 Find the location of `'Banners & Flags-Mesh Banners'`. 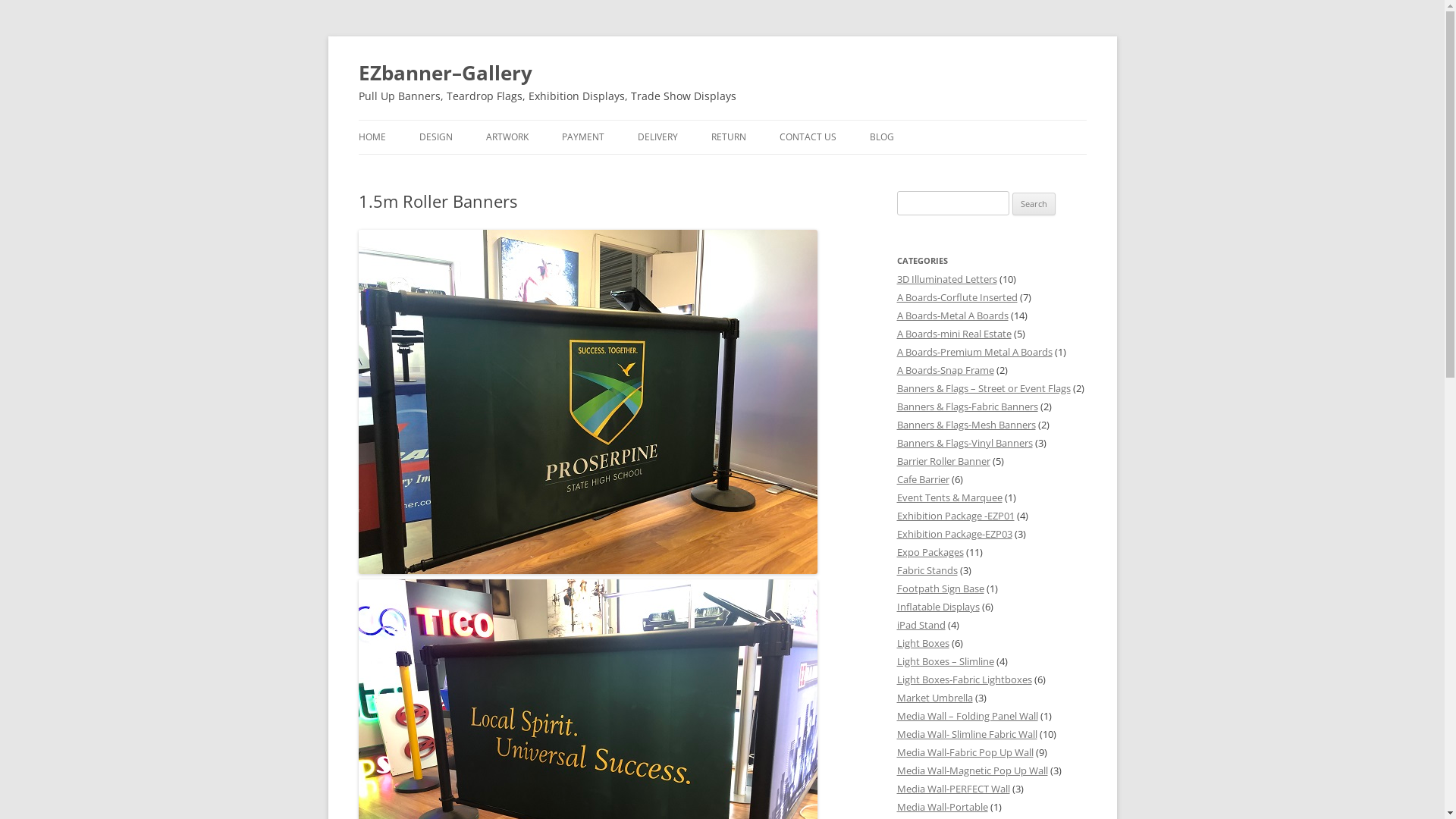

'Banners & Flags-Mesh Banners' is located at coordinates (965, 424).